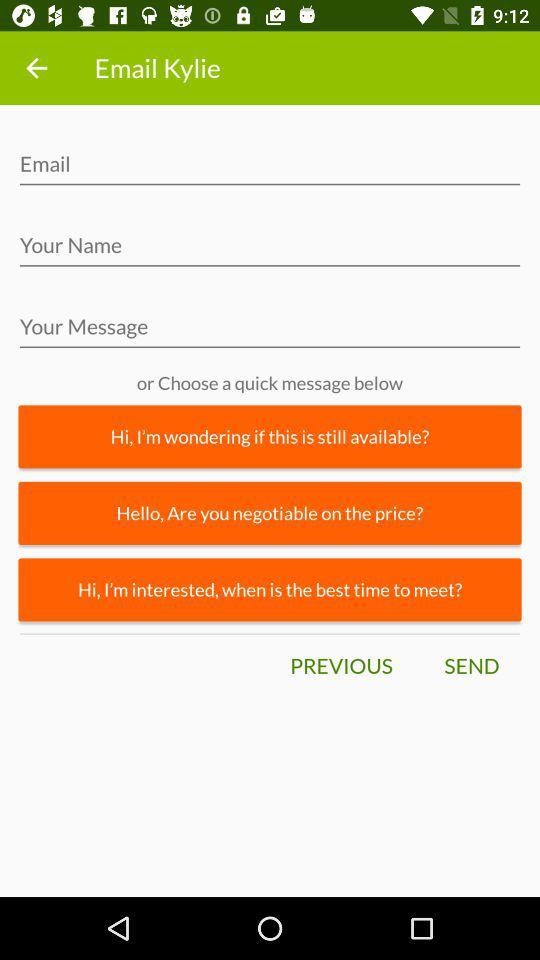 The image size is (540, 960). Describe the element at coordinates (36, 68) in the screenshot. I see `the item next to the email kylie` at that location.